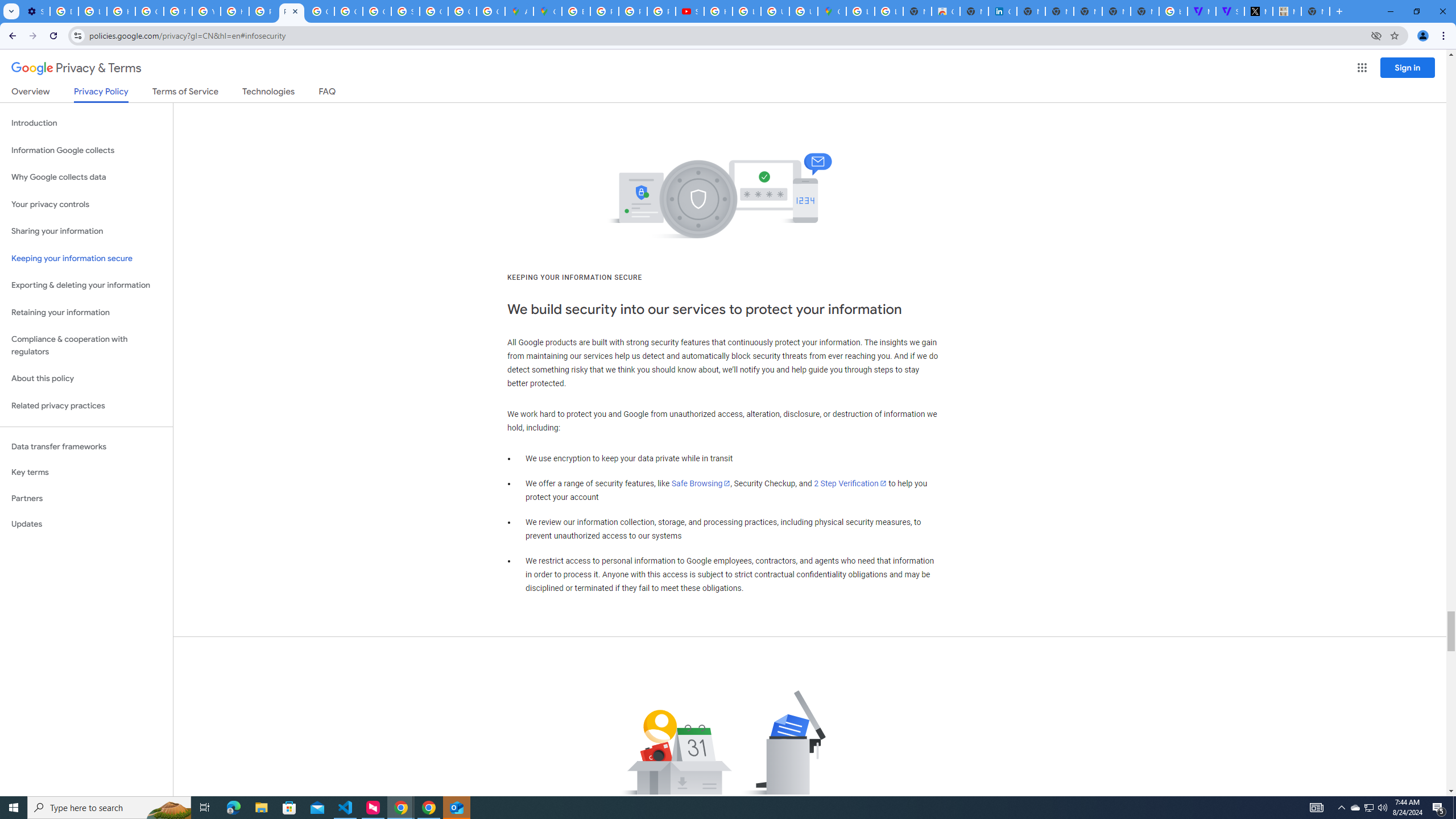 This screenshot has height=819, width=1456. What do you see at coordinates (86, 122) in the screenshot?
I see `'Introduction'` at bounding box center [86, 122].